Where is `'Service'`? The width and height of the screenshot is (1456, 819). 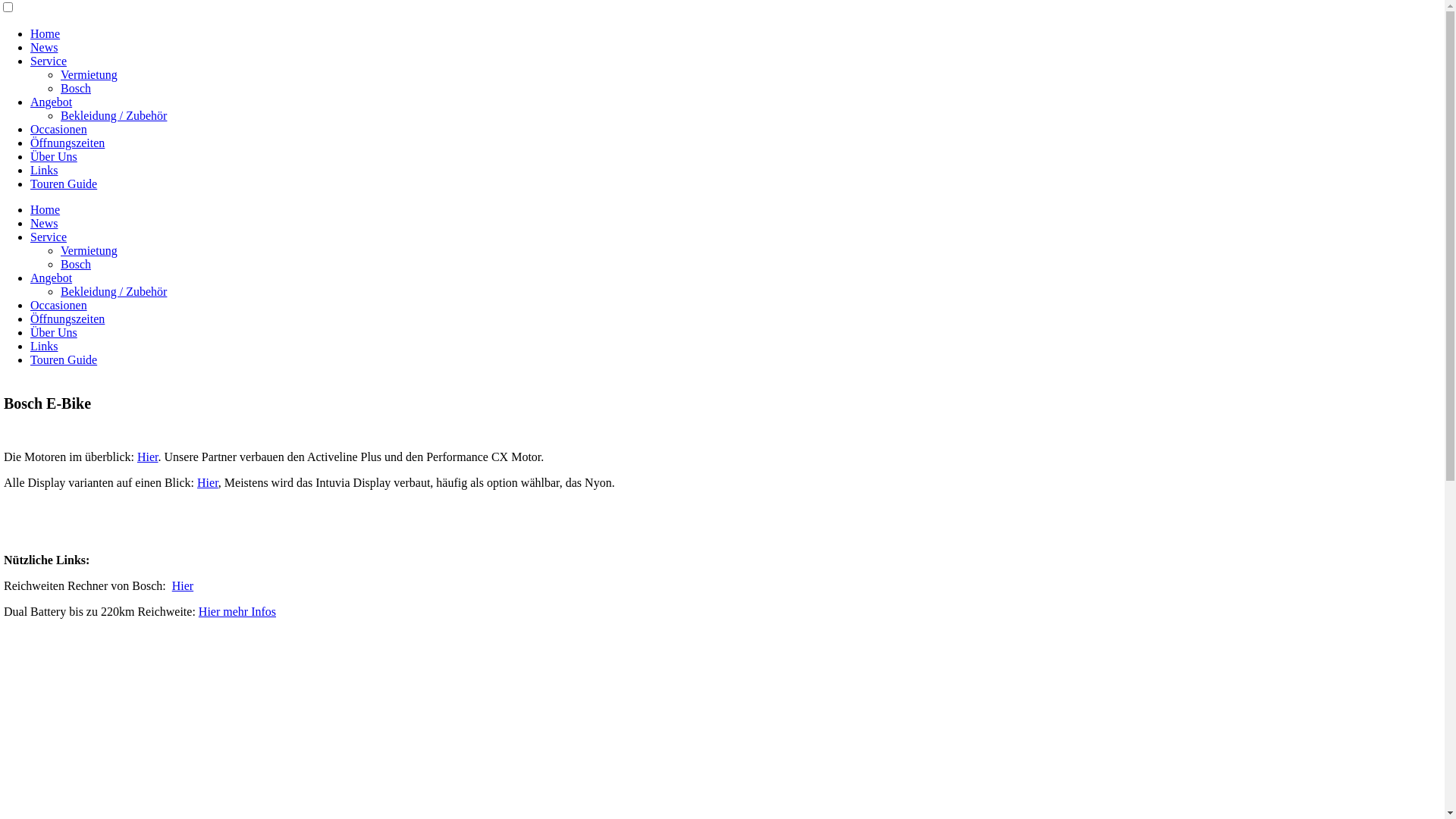 'Service' is located at coordinates (48, 60).